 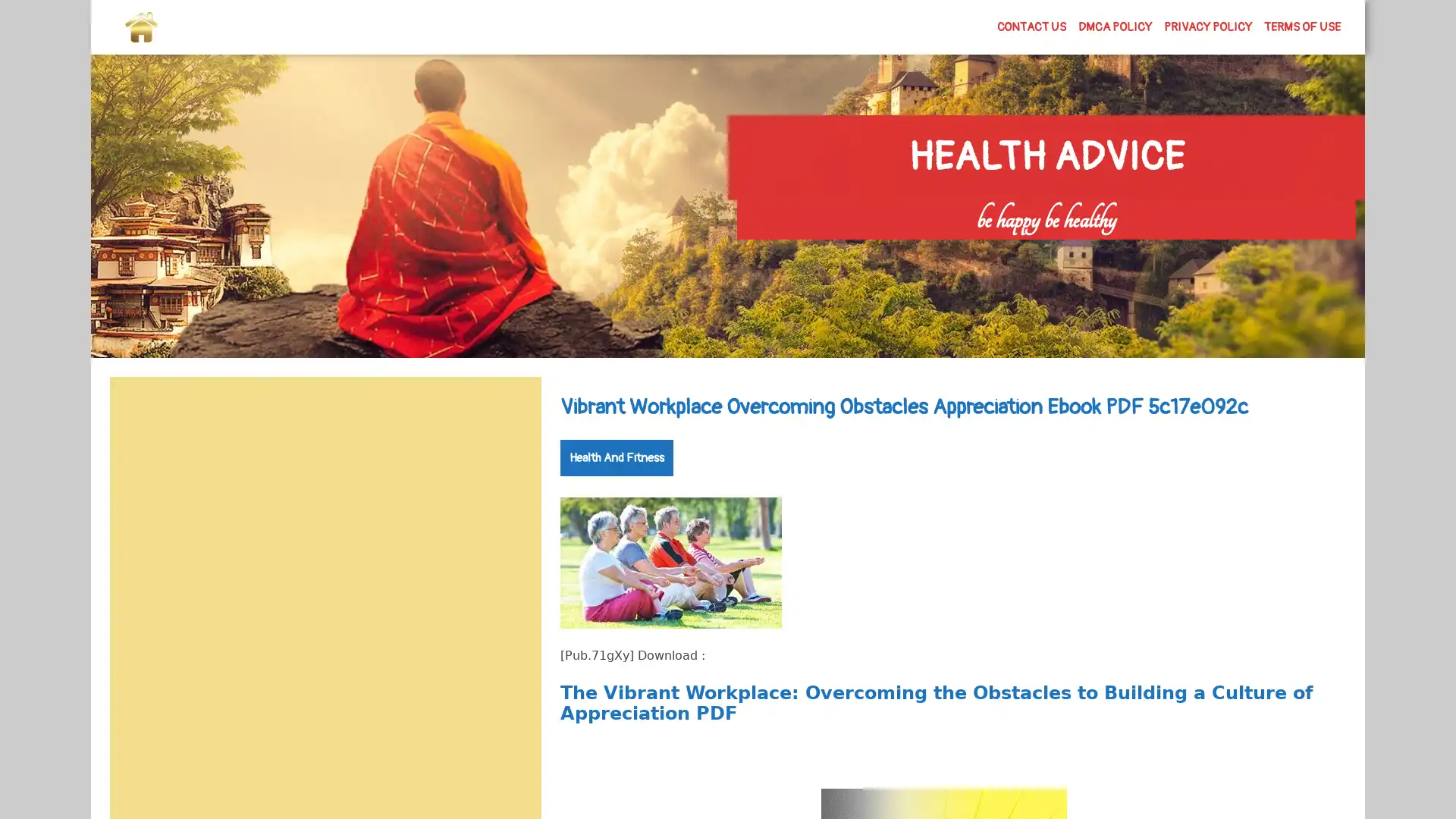 What do you see at coordinates (506, 413) in the screenshot?
I see `Search` at bounding box center [506, 413].